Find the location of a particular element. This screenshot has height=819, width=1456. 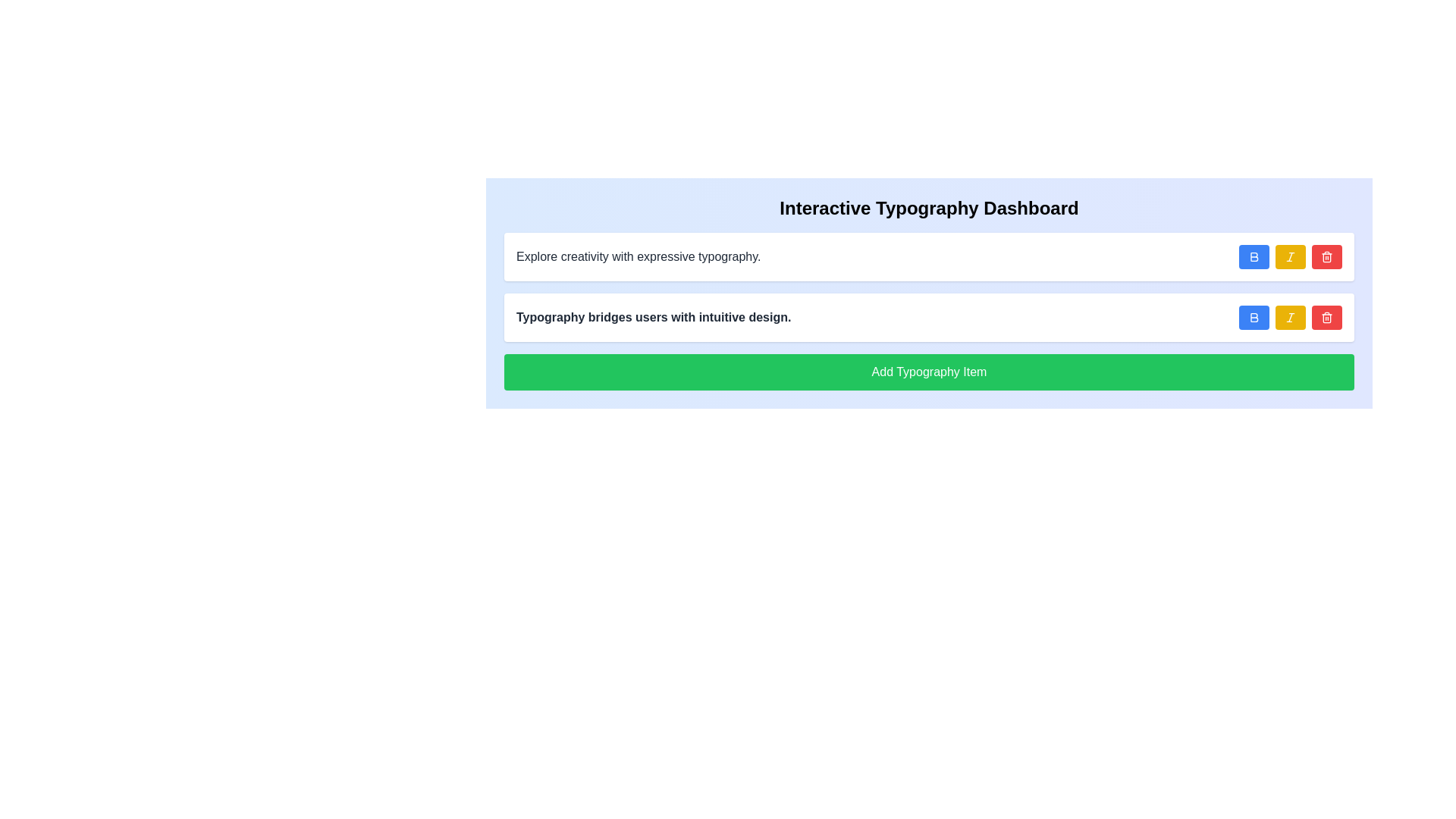

the bold text formatting icon button located to the far right of the first text entry section is located at coordinates (1254, 256).